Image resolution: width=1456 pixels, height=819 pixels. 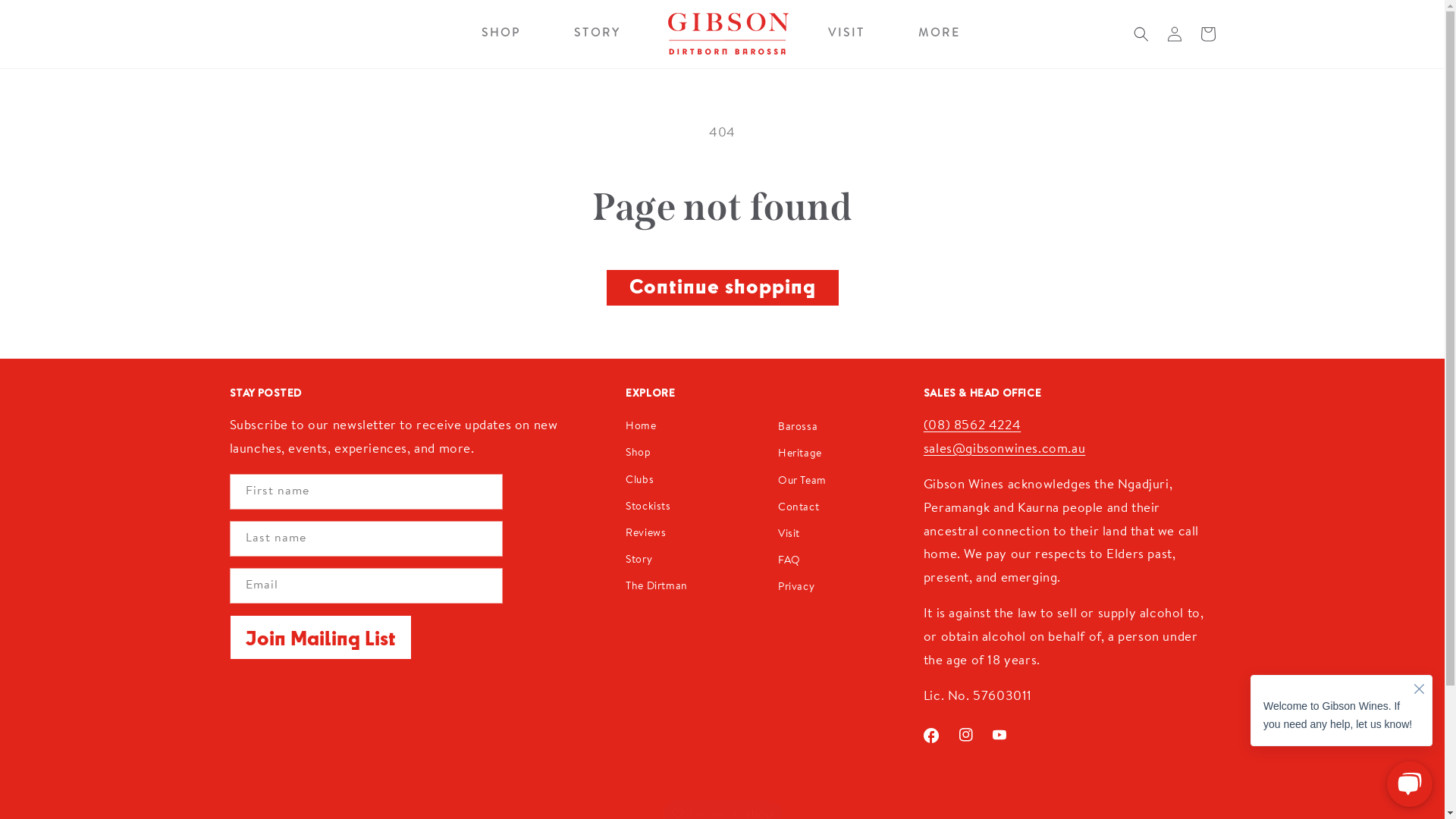 I want to click on 'YouTube', so click(x=999, y=733).